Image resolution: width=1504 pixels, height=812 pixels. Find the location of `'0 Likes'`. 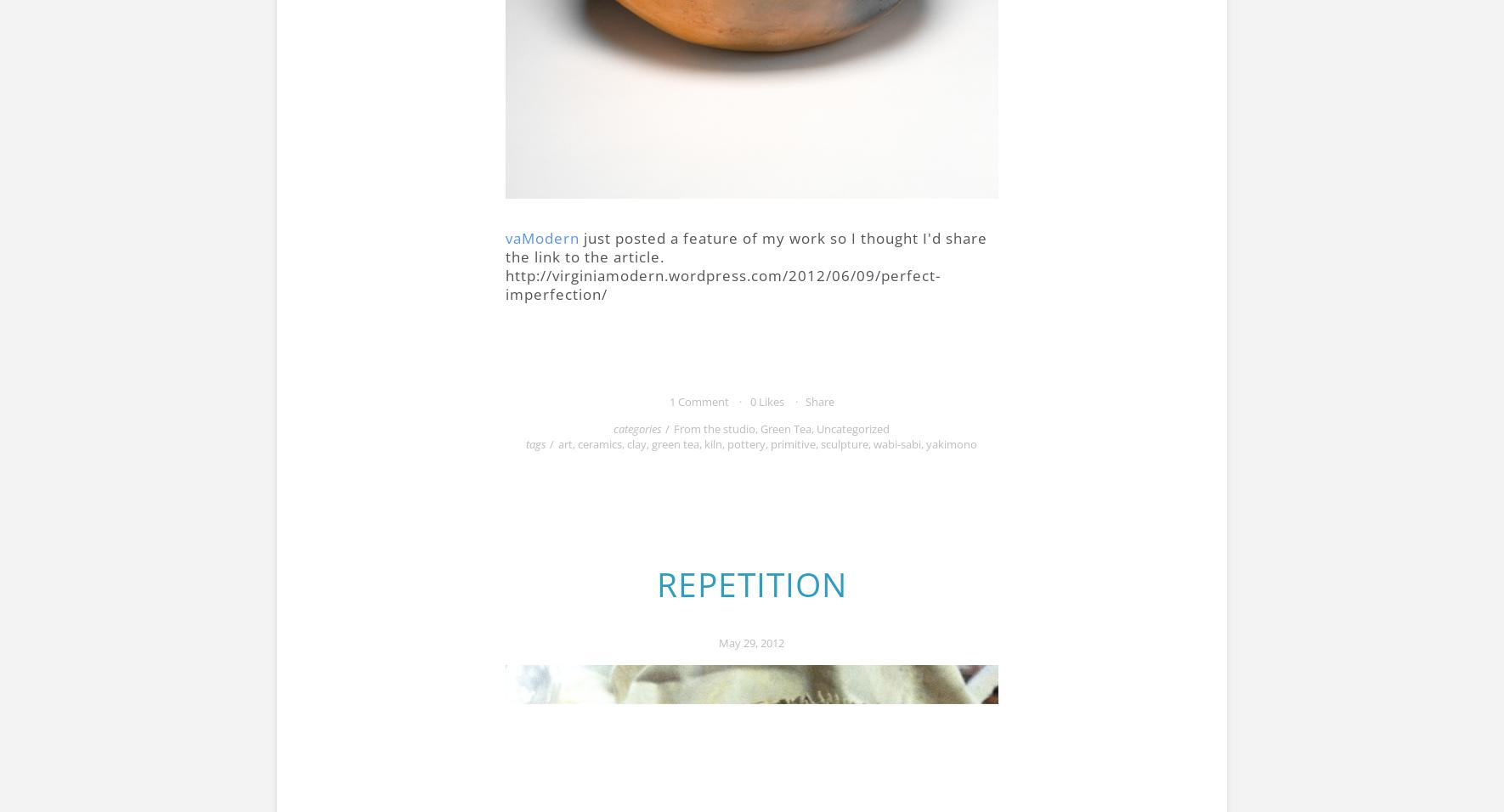

'0 Likes' is located at coordinates (765, 400).